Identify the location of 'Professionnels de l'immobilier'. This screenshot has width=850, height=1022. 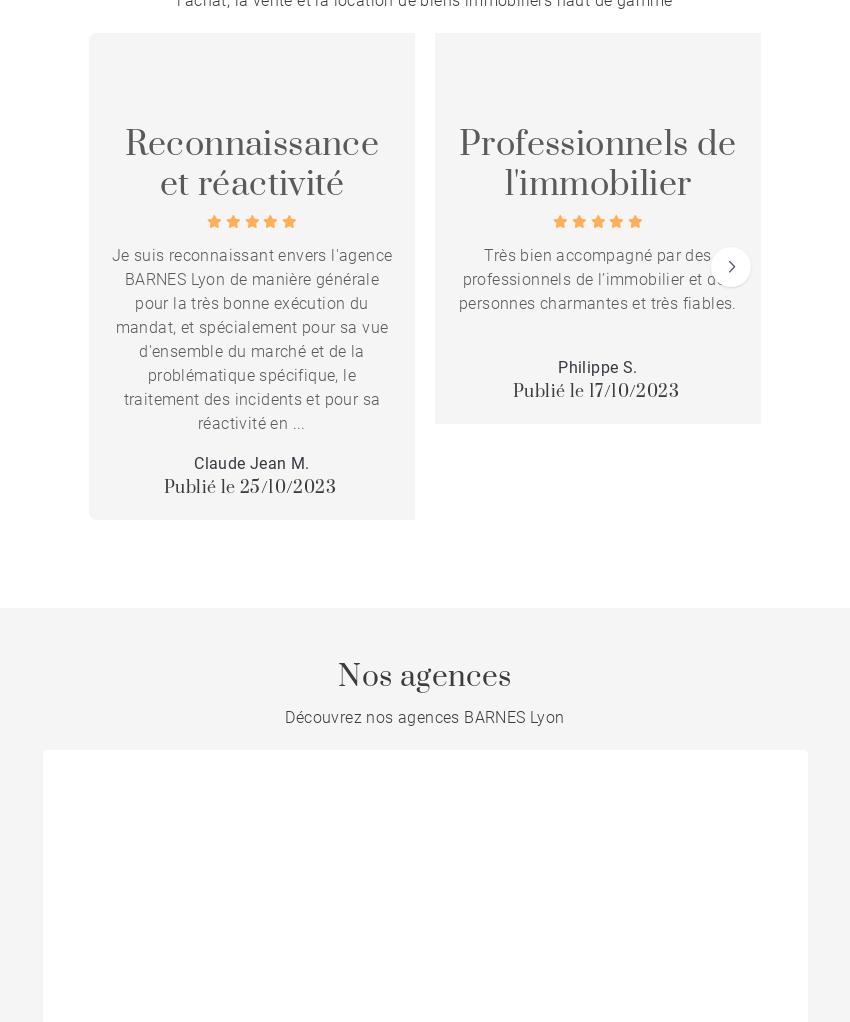
(596, 163).